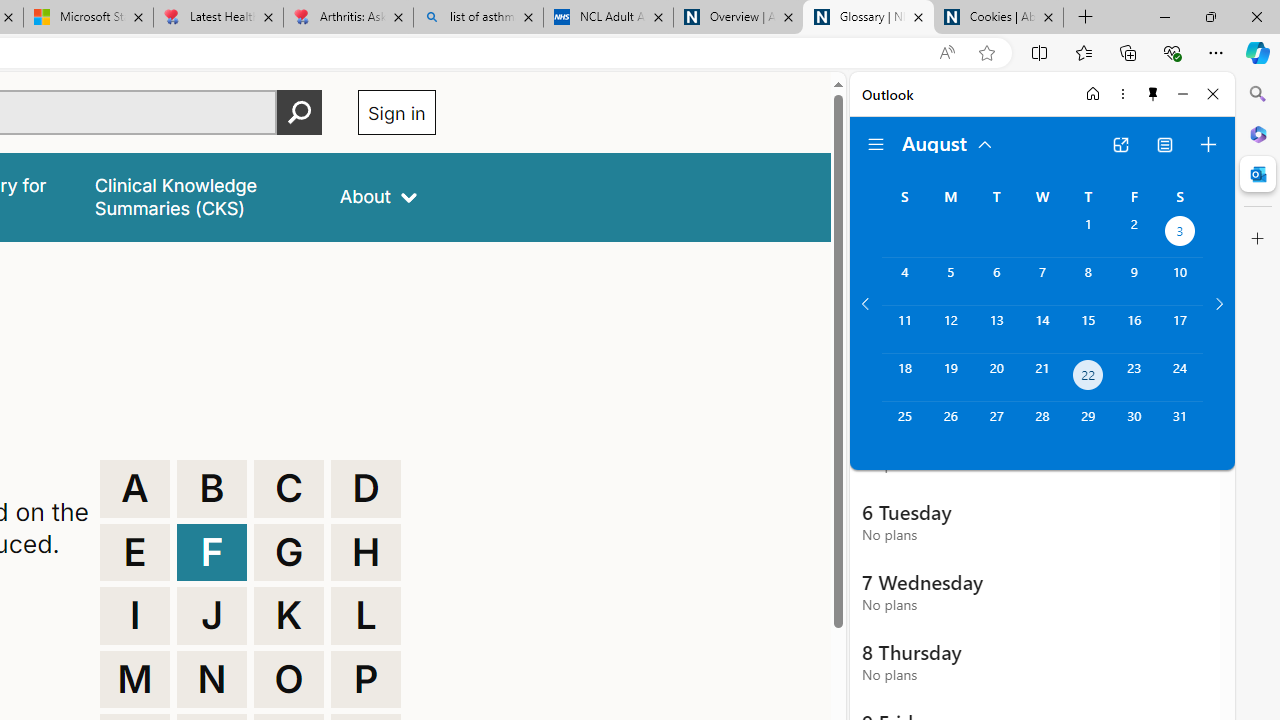 Image resolution: width=1280 pixels, height=720 pixels. I want to click on 'August', so click(947, 141).